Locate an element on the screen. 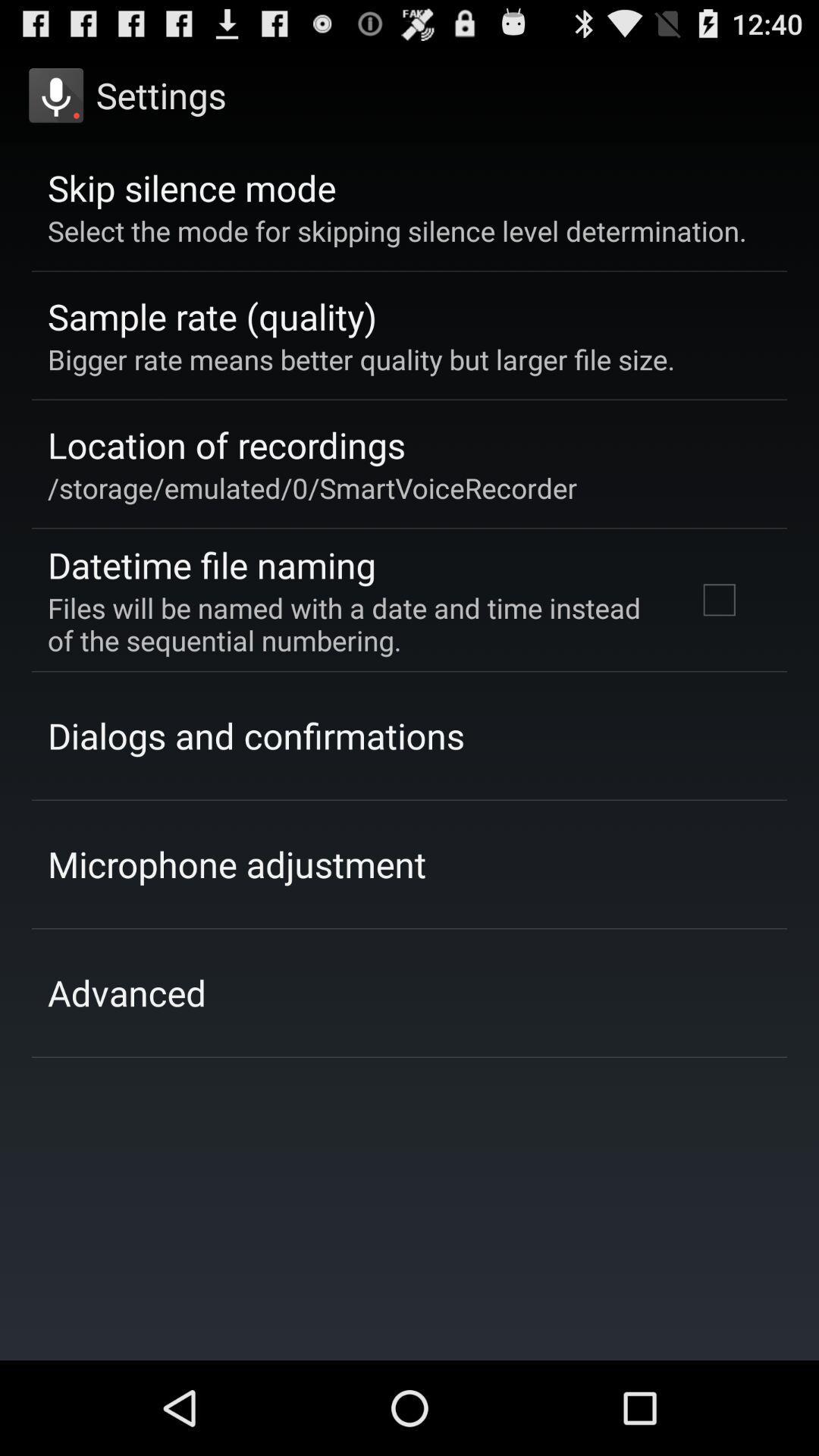 The image size is (819, 1456). the select the mode icon is located at coordinates (396, 230).